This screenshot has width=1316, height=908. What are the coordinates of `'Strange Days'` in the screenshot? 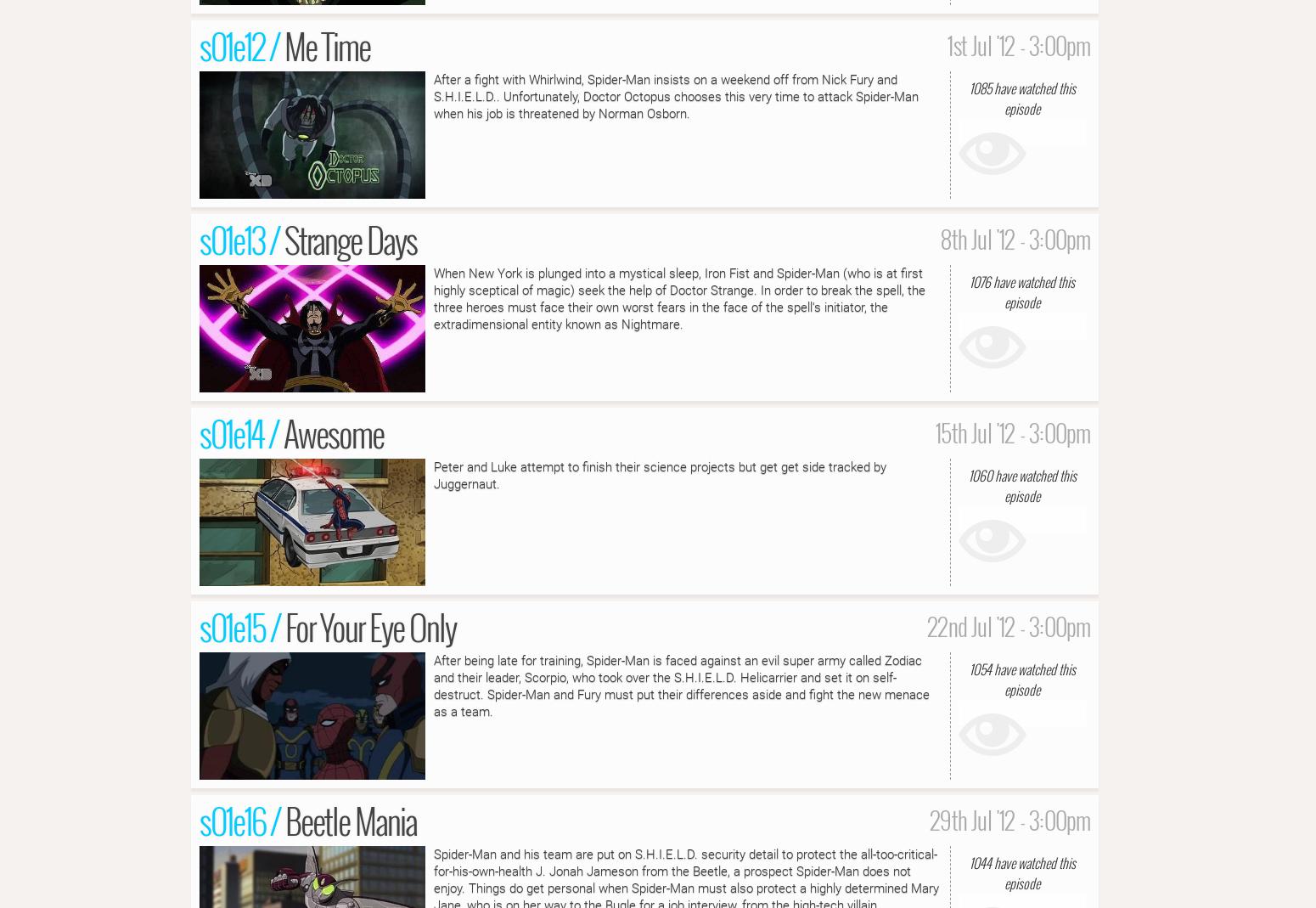 It's located at (351, 238).